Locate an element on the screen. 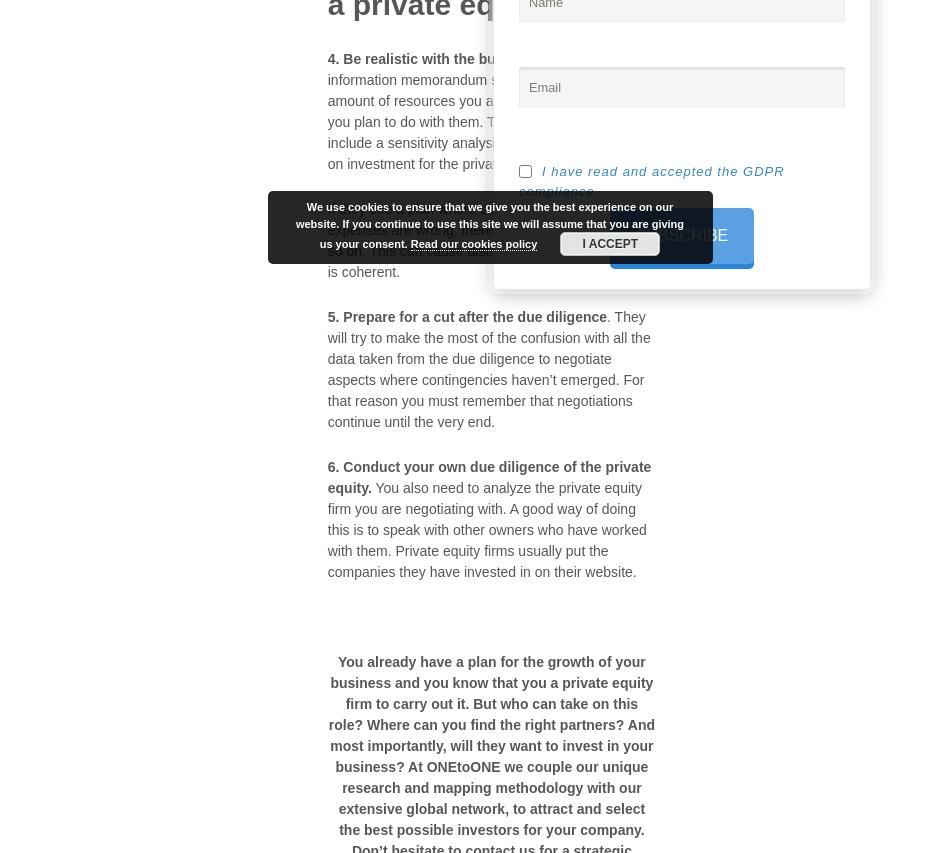  'We use cookies to ensure that we give you the best experience on our website. If you continue to use this site we will assume that you are giving us your consent.' is located at coordinates (489, 224).